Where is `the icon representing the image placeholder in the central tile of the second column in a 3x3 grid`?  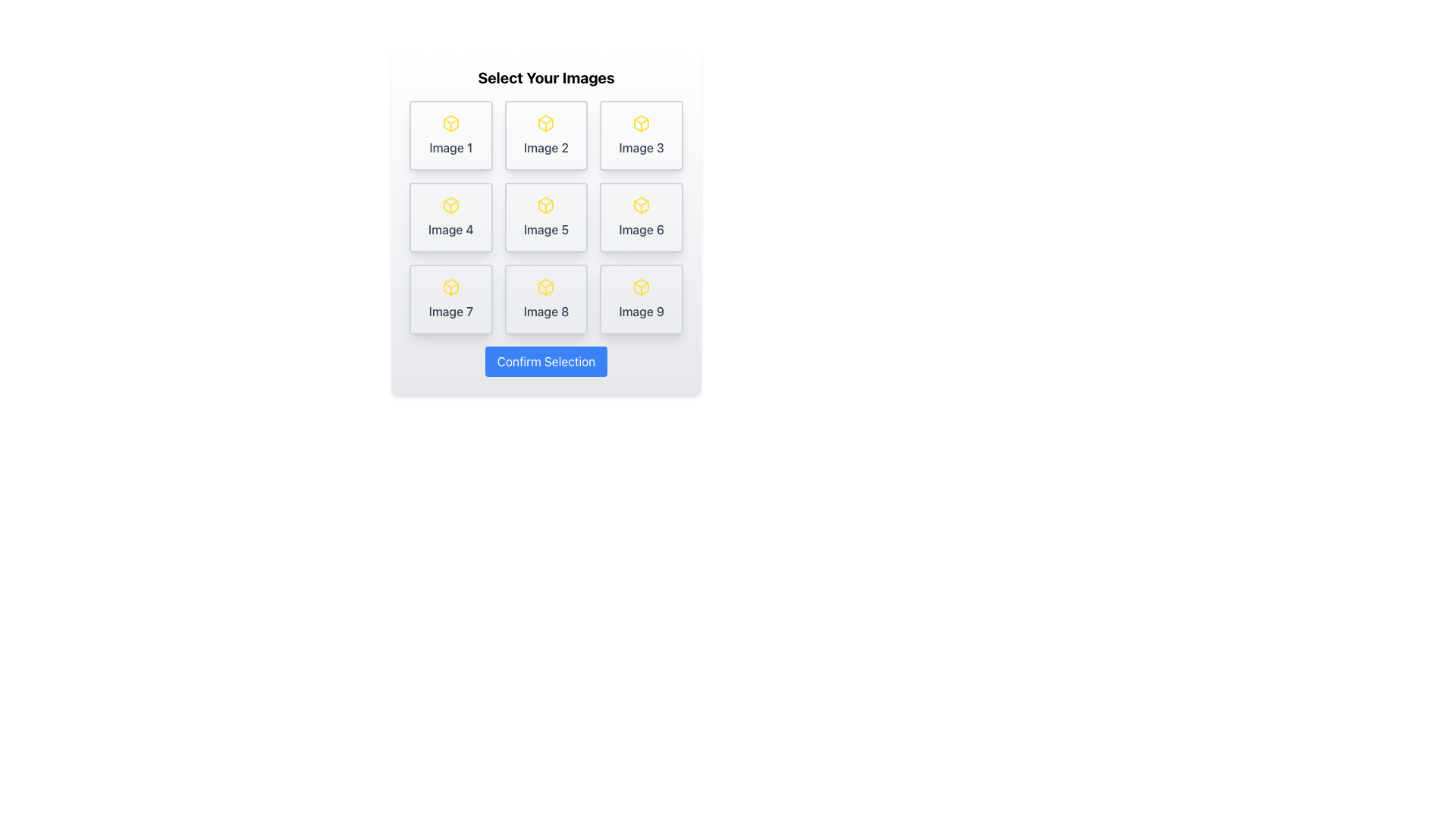 the icon representing the image placeholder in the central tile of the second column in a 3x3 grid is located at coordinates (546, 122).